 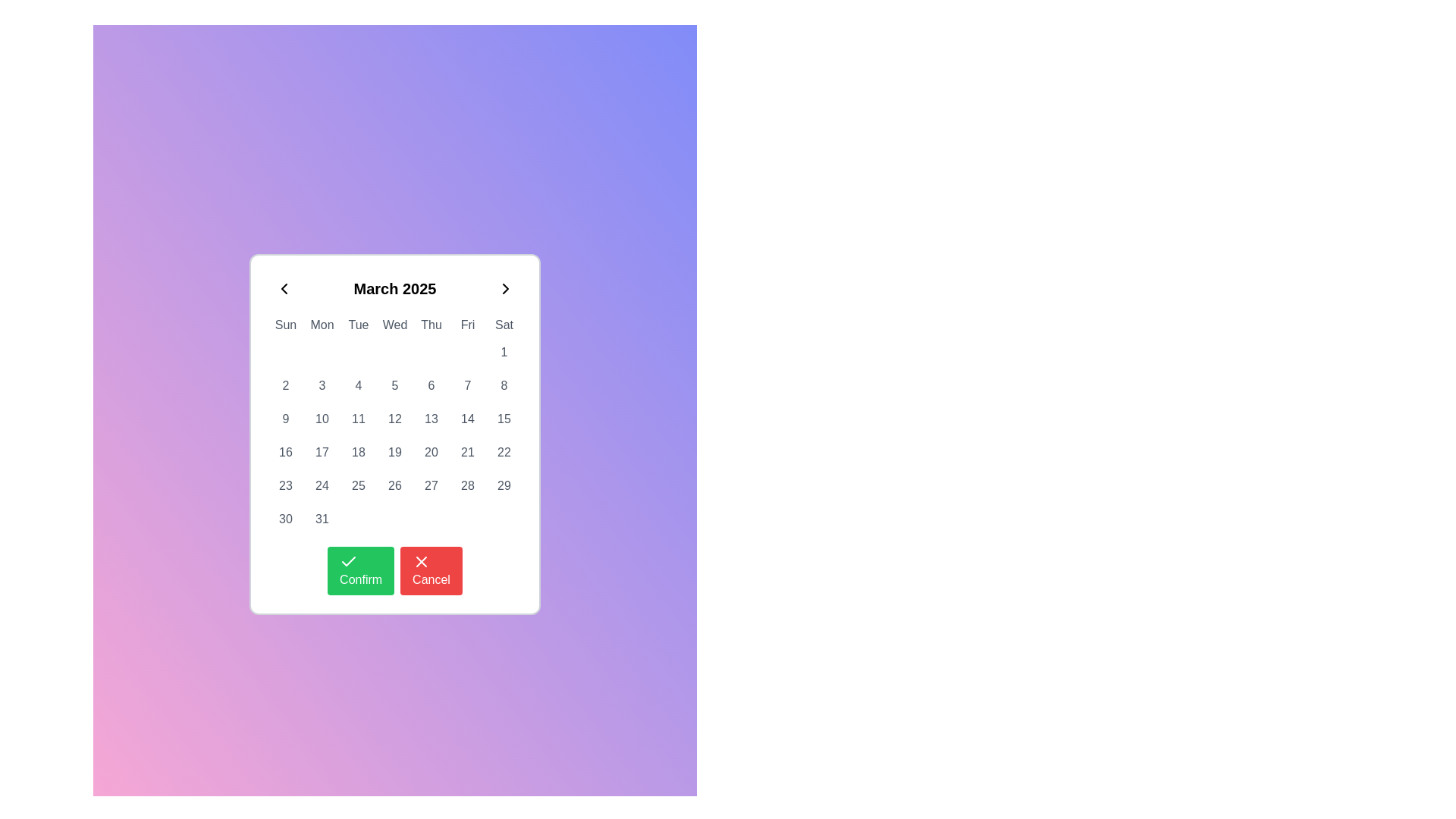 I want to click on the text label representing 'Sat' in the calendar's day header row, which is the rightmost element in the sequence of days of the week, so click(x=504, y=324).